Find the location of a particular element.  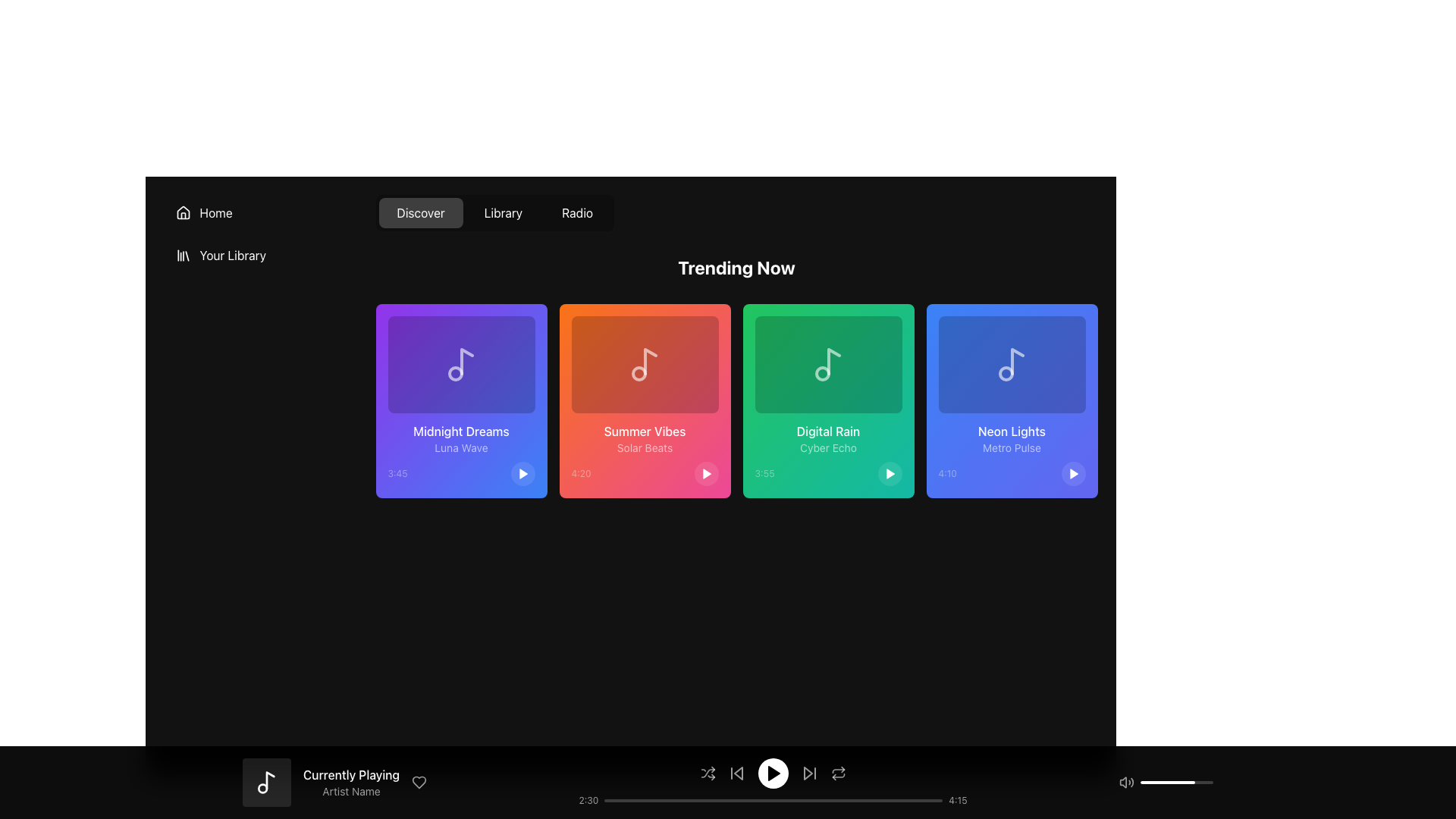

ornamental SVG Circle that enhances the music note icon within the blue music card labeled 'Neon Lights' in the 'Trending Now' section is located at coordinates (1006, 374).